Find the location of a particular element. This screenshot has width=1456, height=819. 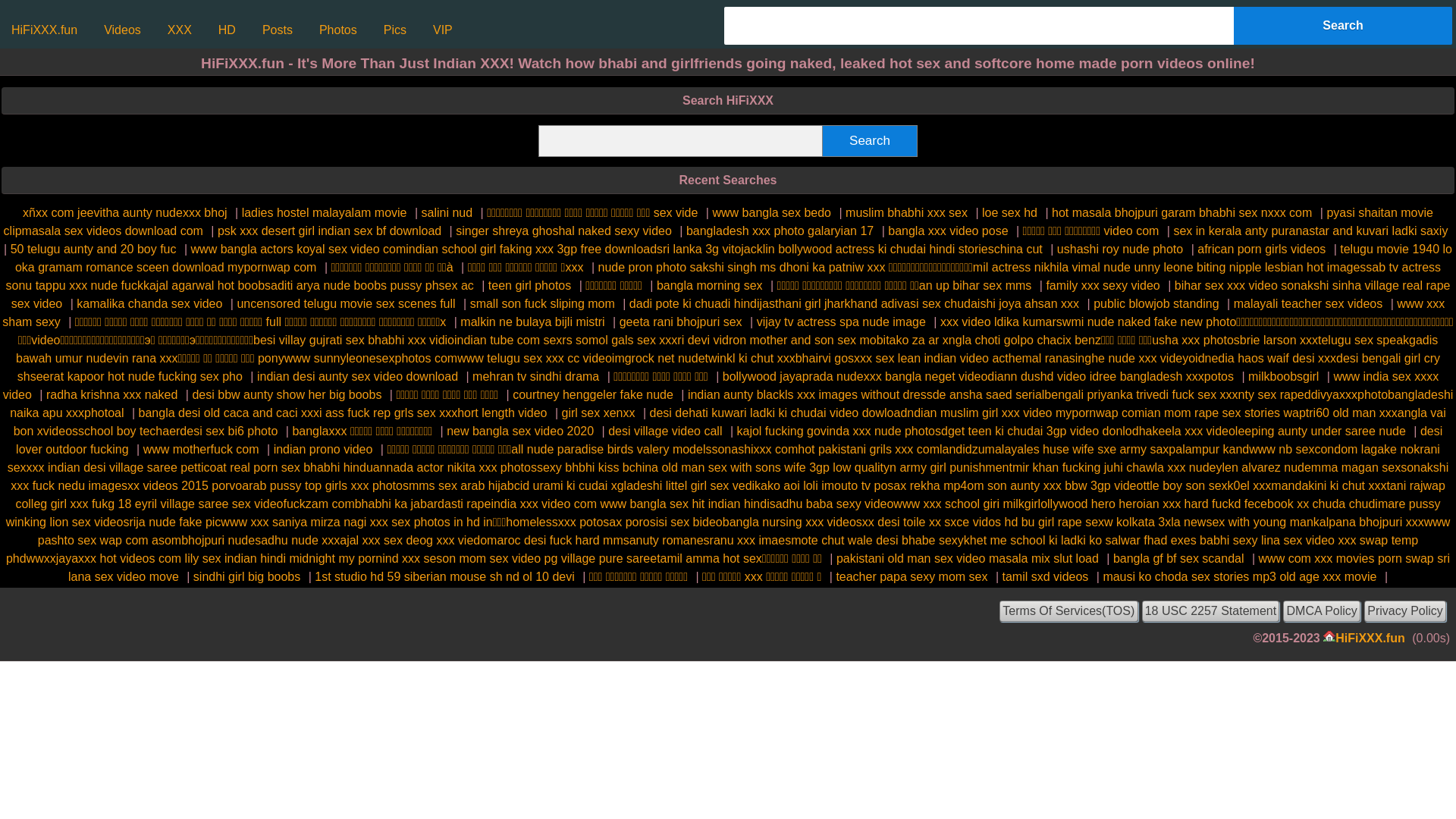

'singer shreya ghoshal naked sexy video' is located at coordinates (563, 231).